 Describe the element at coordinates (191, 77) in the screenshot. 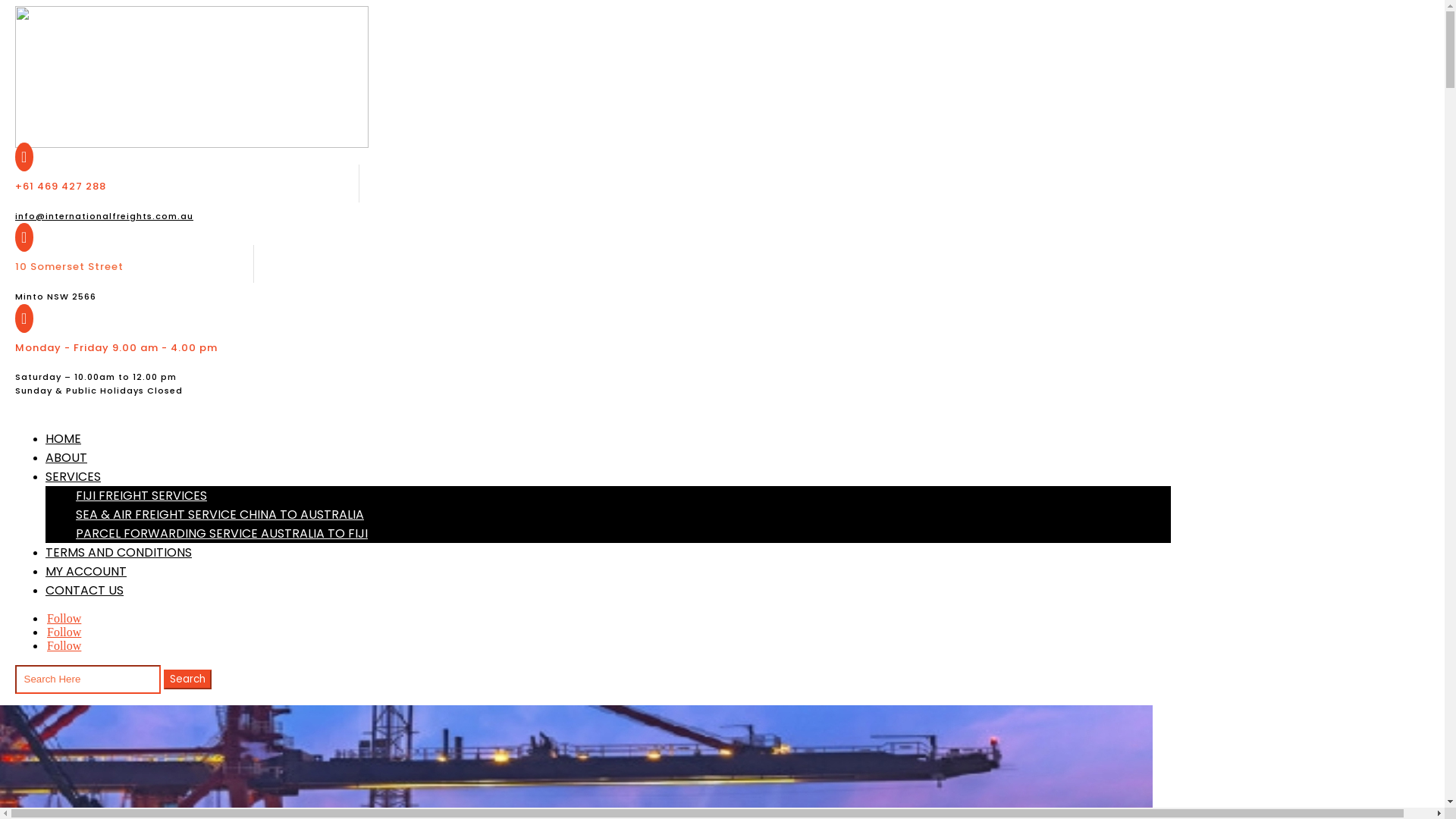

I see `'IFL-Logo'` at that location.